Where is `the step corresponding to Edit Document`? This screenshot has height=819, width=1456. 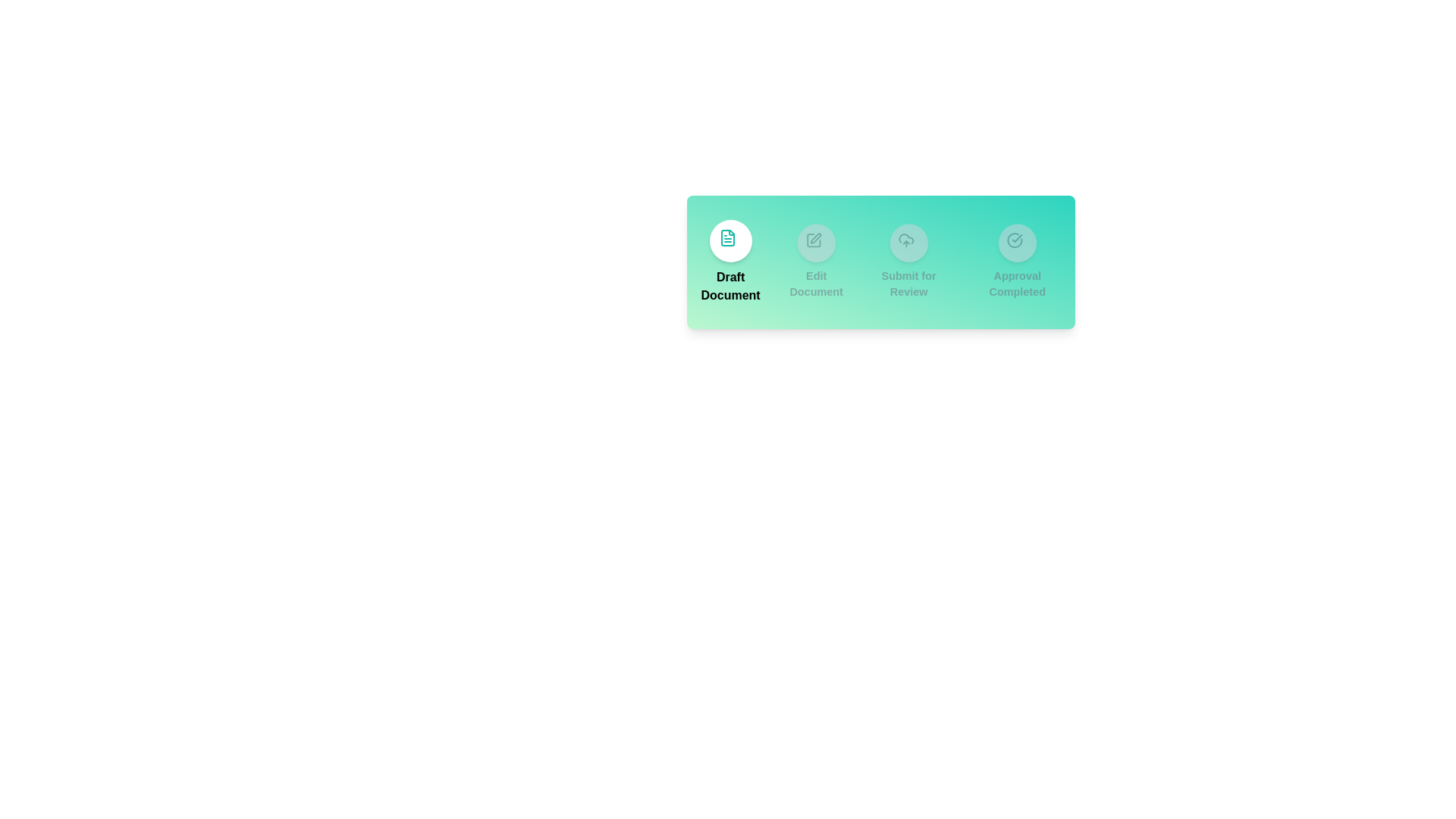
the step corresponding to Edit Document is located at coordinates (814, 262).